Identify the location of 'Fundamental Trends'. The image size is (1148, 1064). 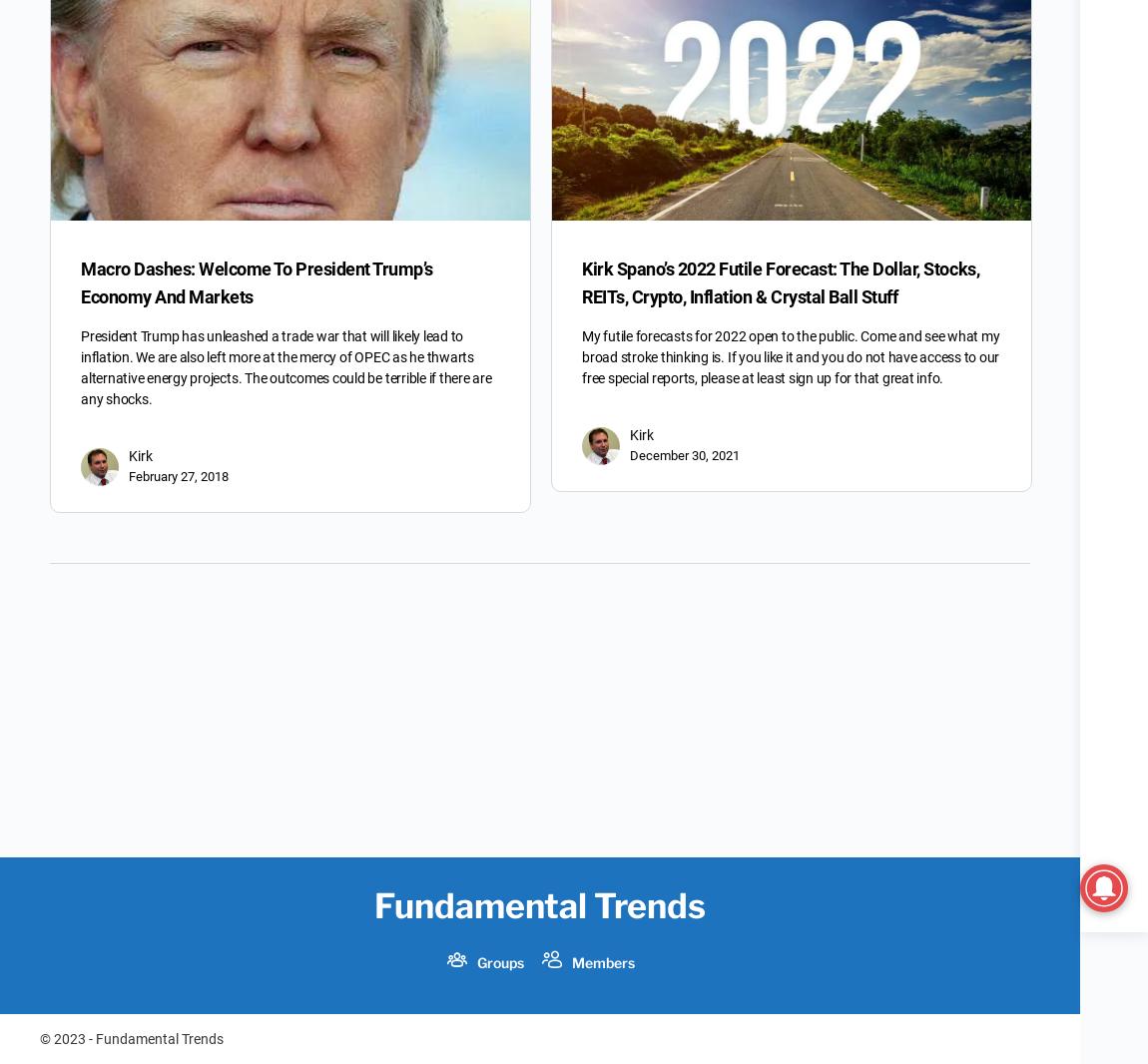
(539, 905).